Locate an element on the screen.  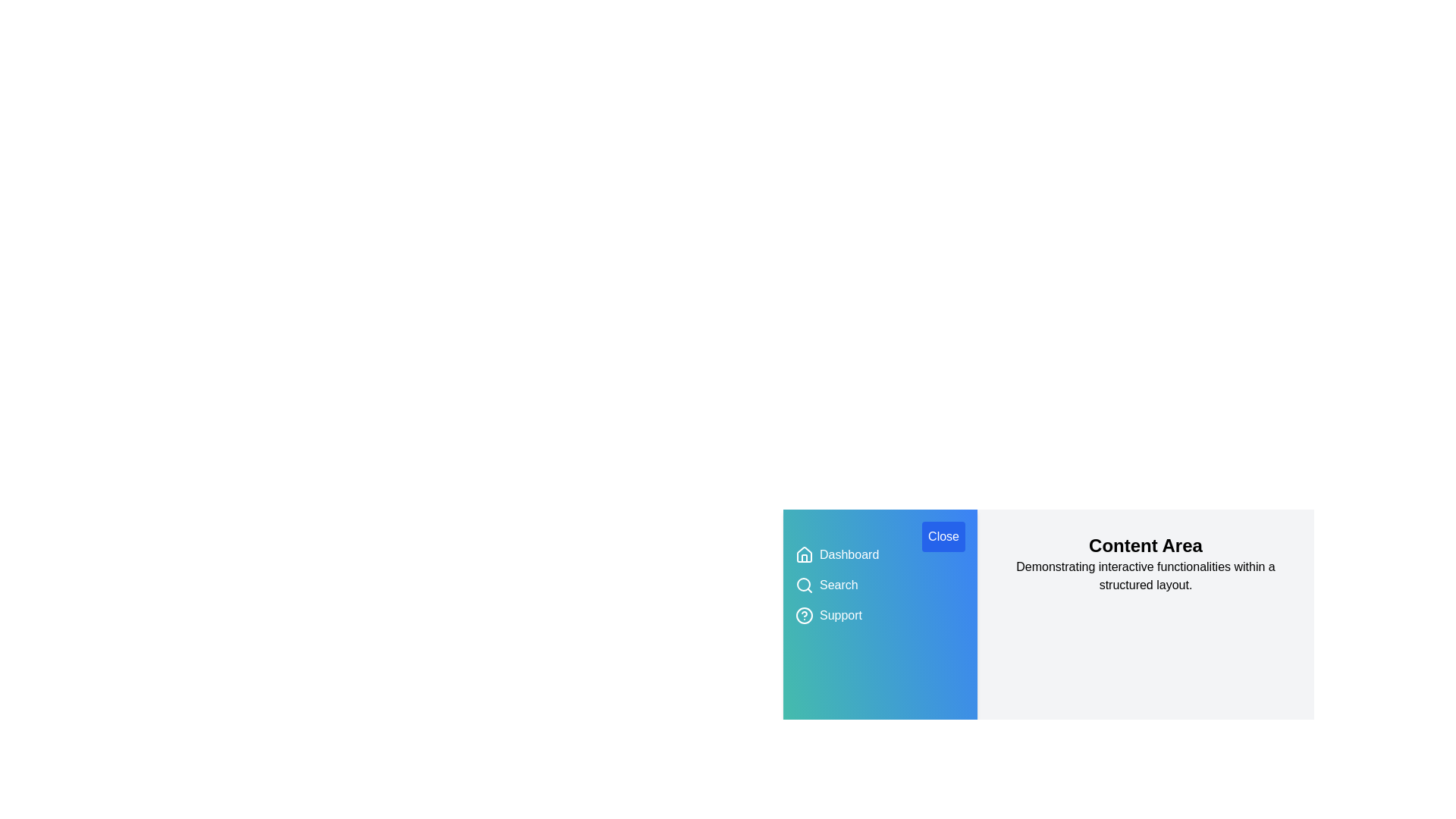
the icon corresponding to Search to interact with it is located at coordinates (803, 584).